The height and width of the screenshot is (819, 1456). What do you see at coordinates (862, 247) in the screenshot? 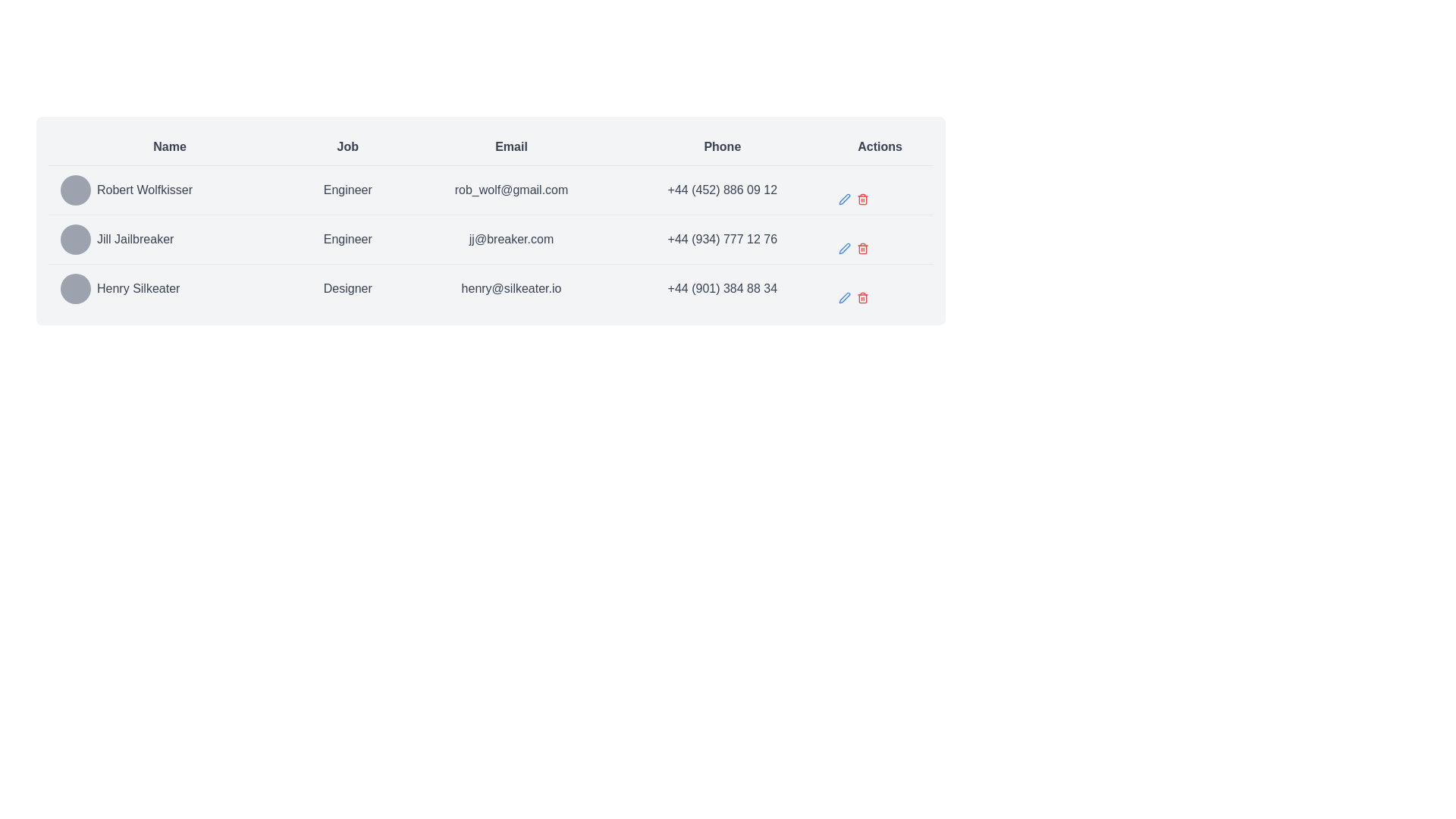
I see `the red trash bin icon button located in the second row of the 'Actions' column to initiate the delete action` at bounding box center [862, 247].